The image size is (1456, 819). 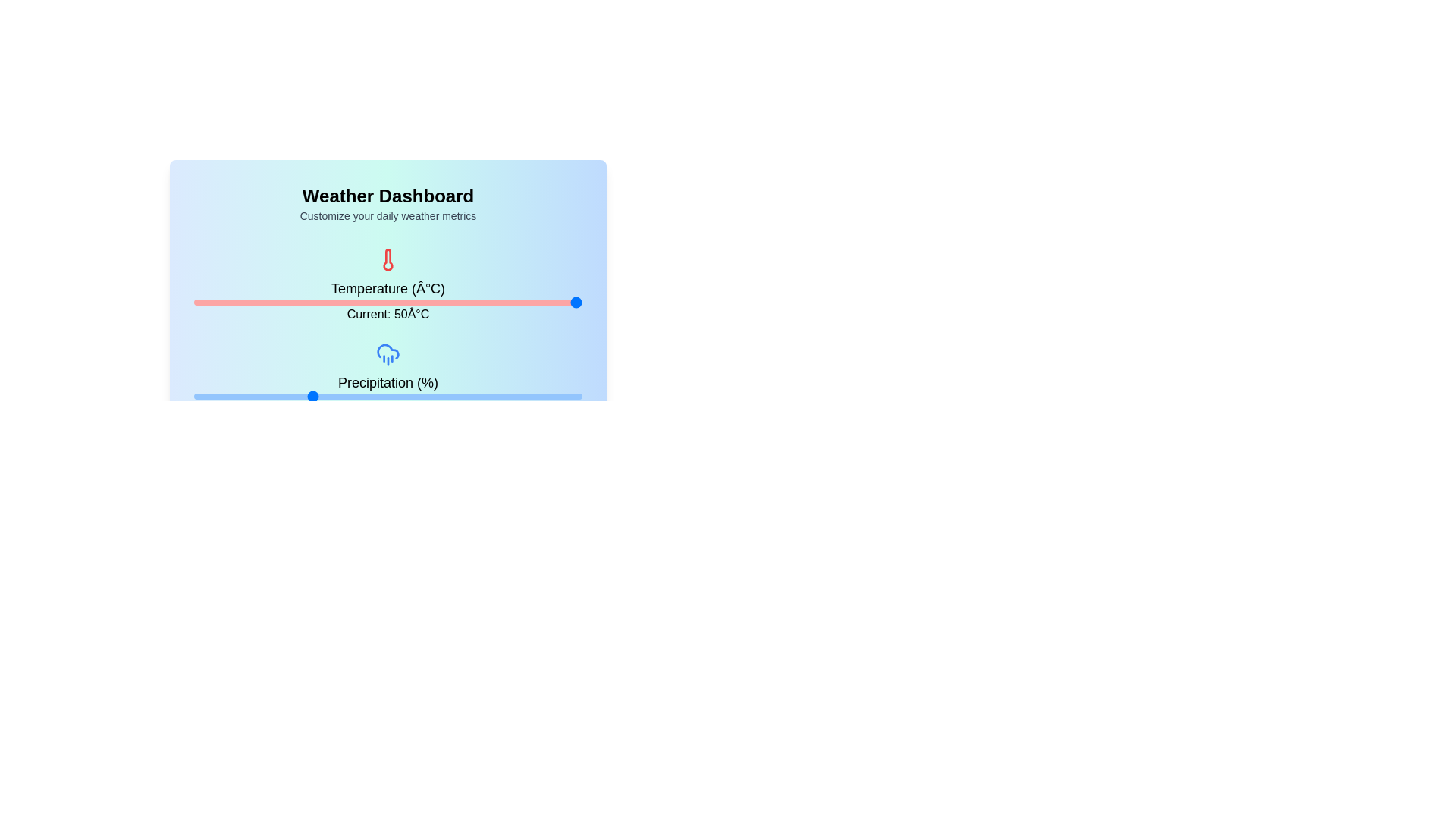 I want to click on the temperature, so click(x=565, y=302).